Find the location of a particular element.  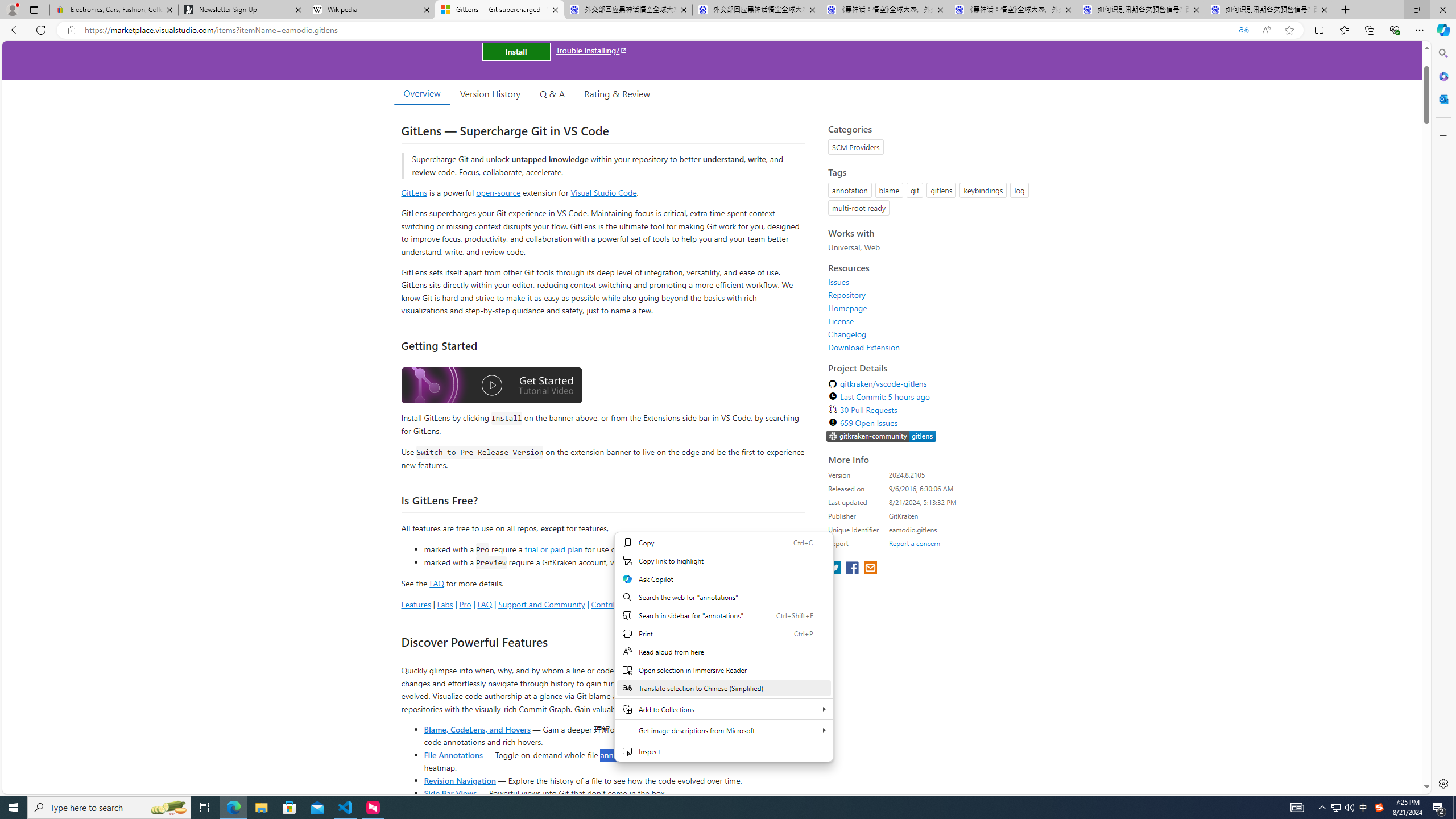

'share extension on twitter' is located at coordinates (835, 568).